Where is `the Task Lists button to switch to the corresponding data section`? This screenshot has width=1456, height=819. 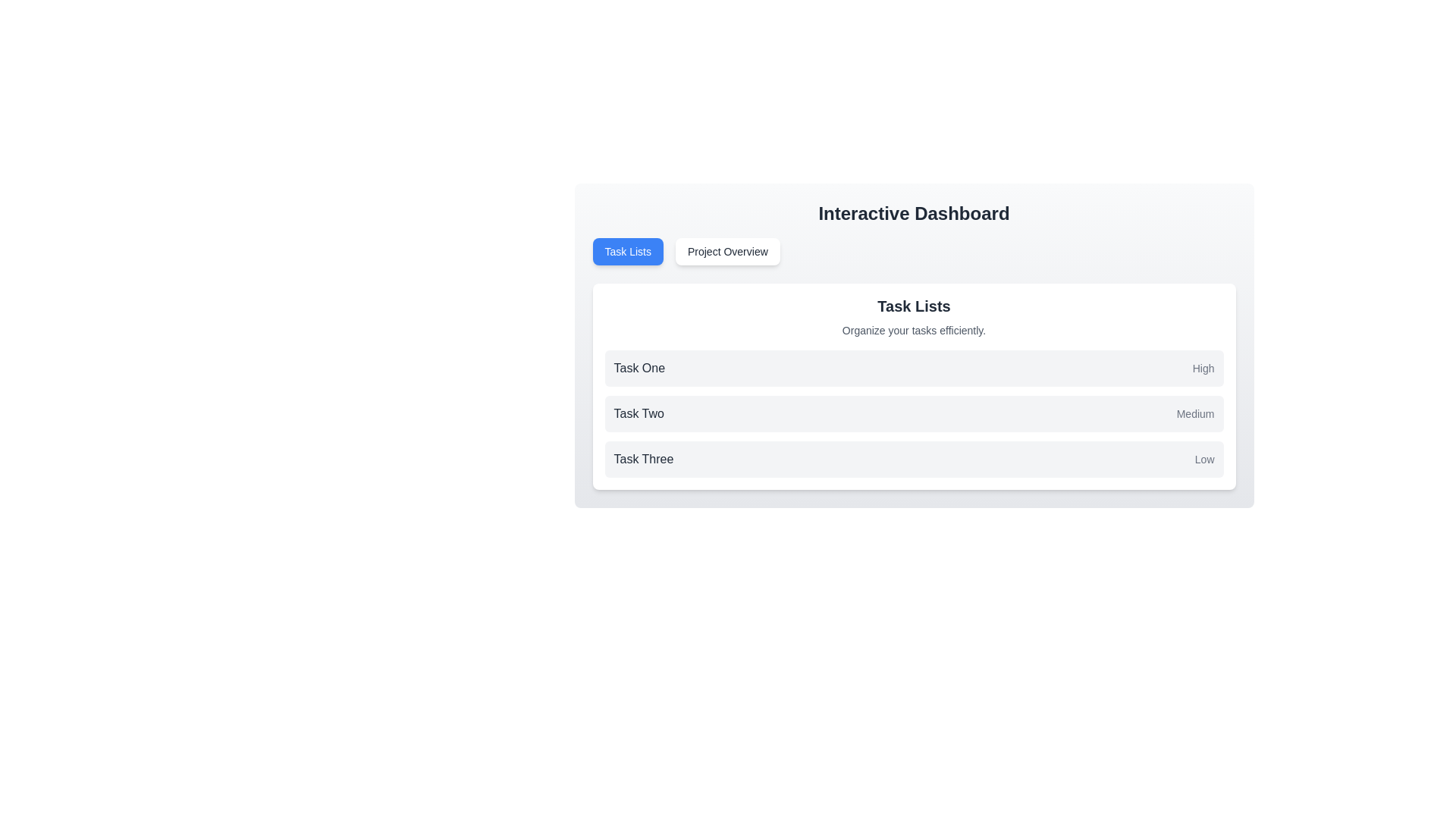
the Task Lists button to switch to the corresponding data section is located at coordinates (628, 250).